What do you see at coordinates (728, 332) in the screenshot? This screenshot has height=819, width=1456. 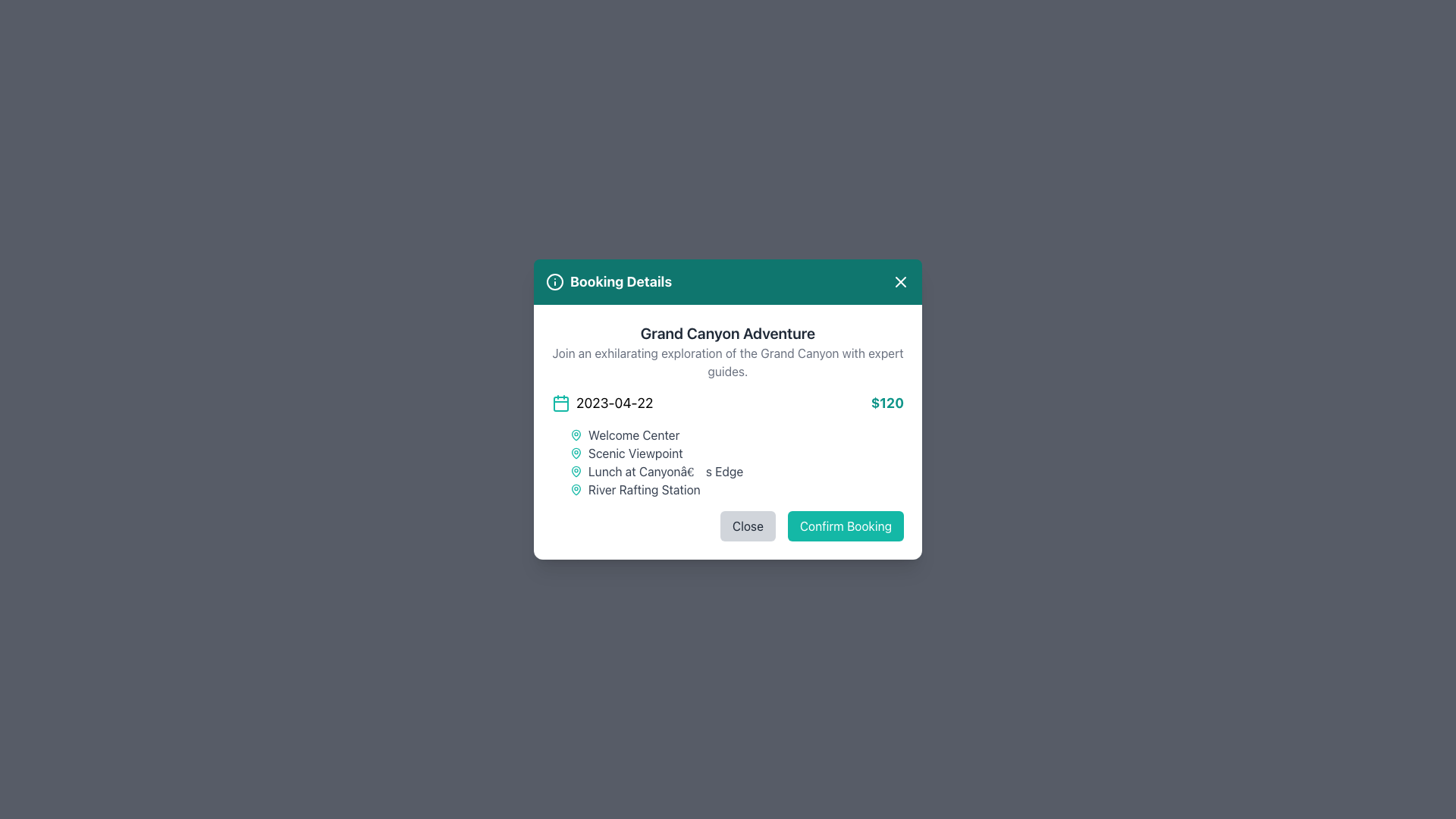 I see `the text label that displays 'Grand Canyon Adventure' in bold, large font at the top of the 'Booking Details' dialog box` at bounding box center [728, 332].